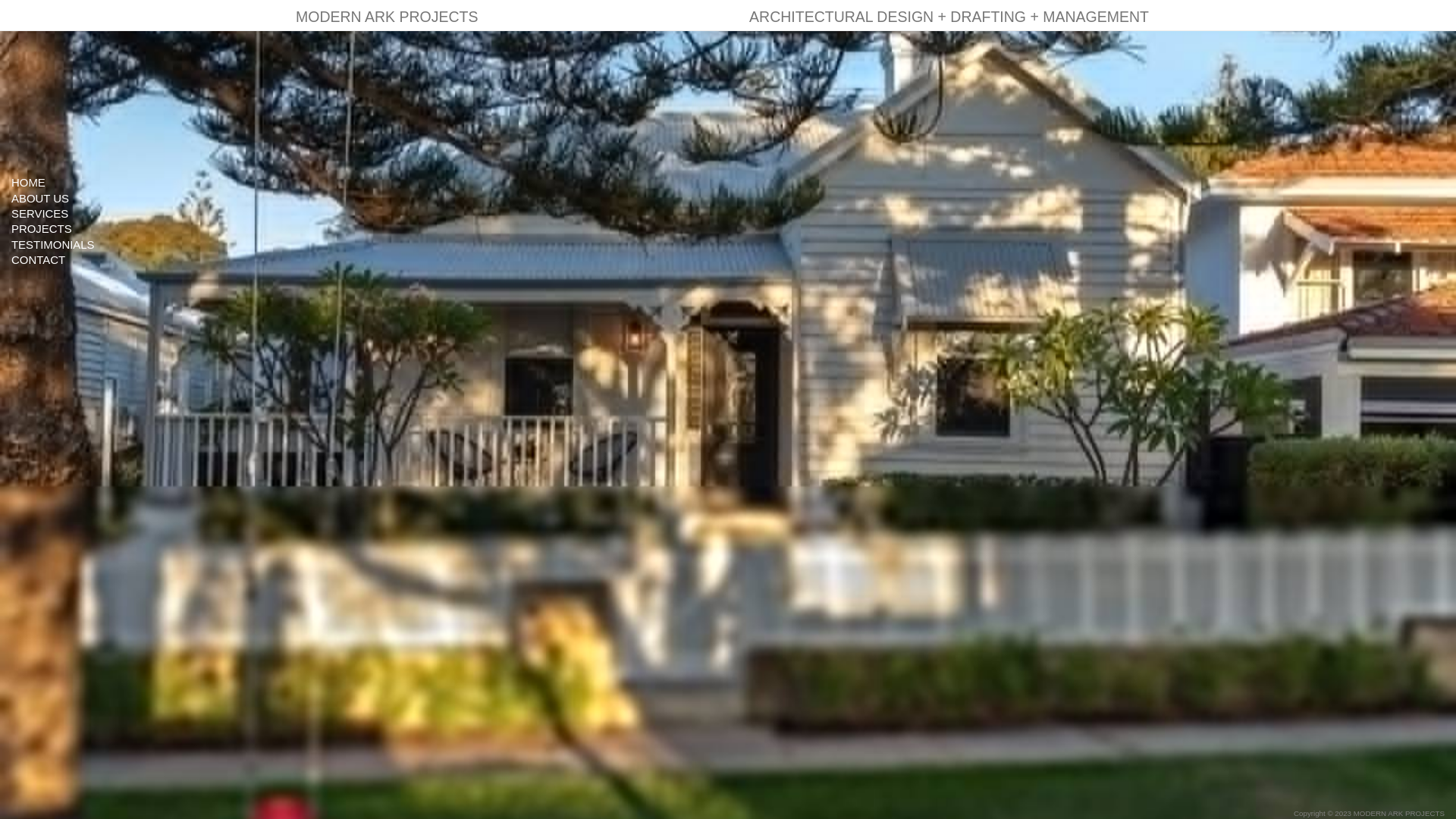  Describe the element at coordinates (0, 243) in the screenshot. I see `'TESTIMONIALS'` at that location.